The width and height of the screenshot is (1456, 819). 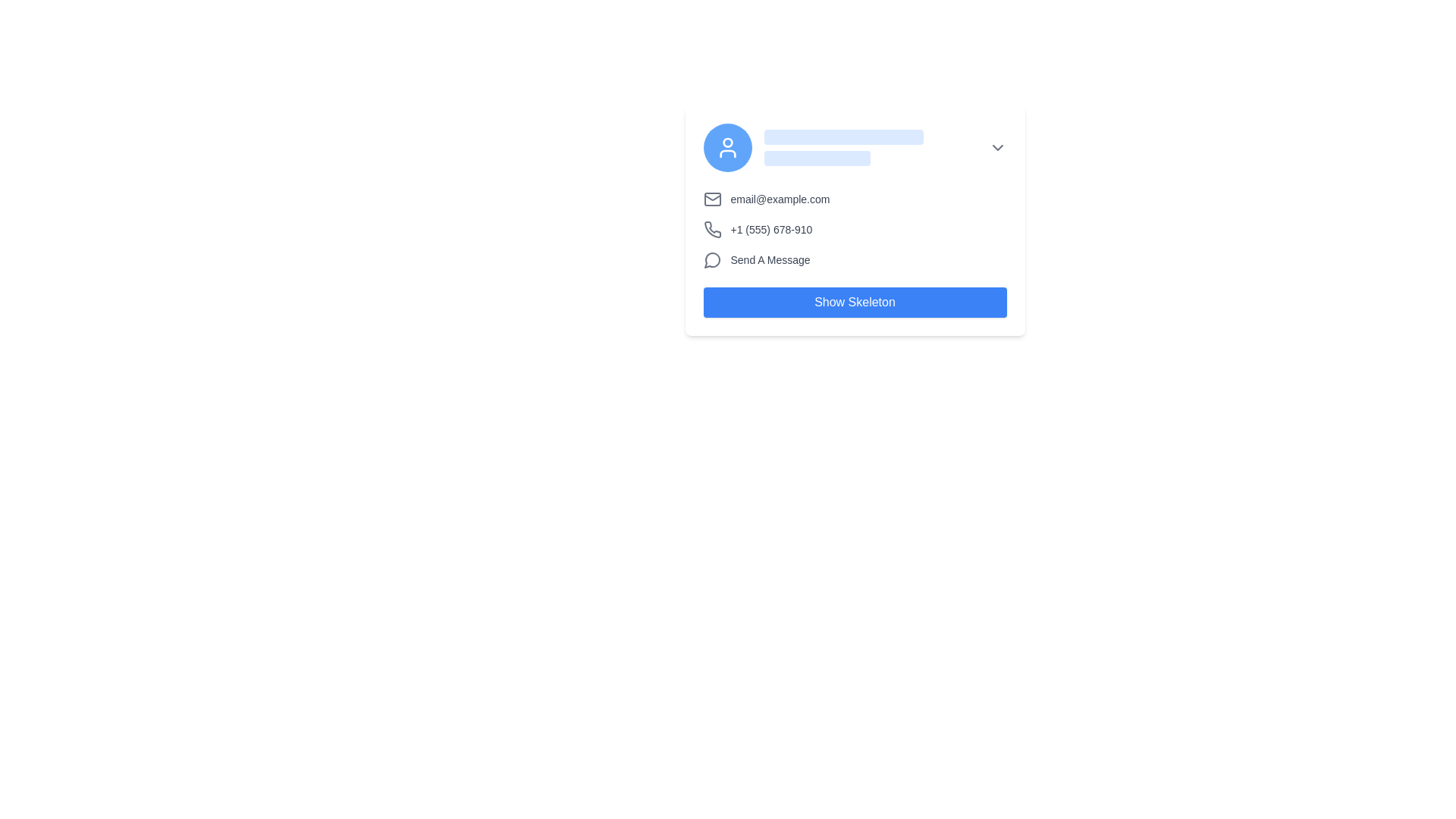 I want to click on the central SVG Circle of the user profile icon located at the top left corner of the card layout, so click(x=726, y=143).